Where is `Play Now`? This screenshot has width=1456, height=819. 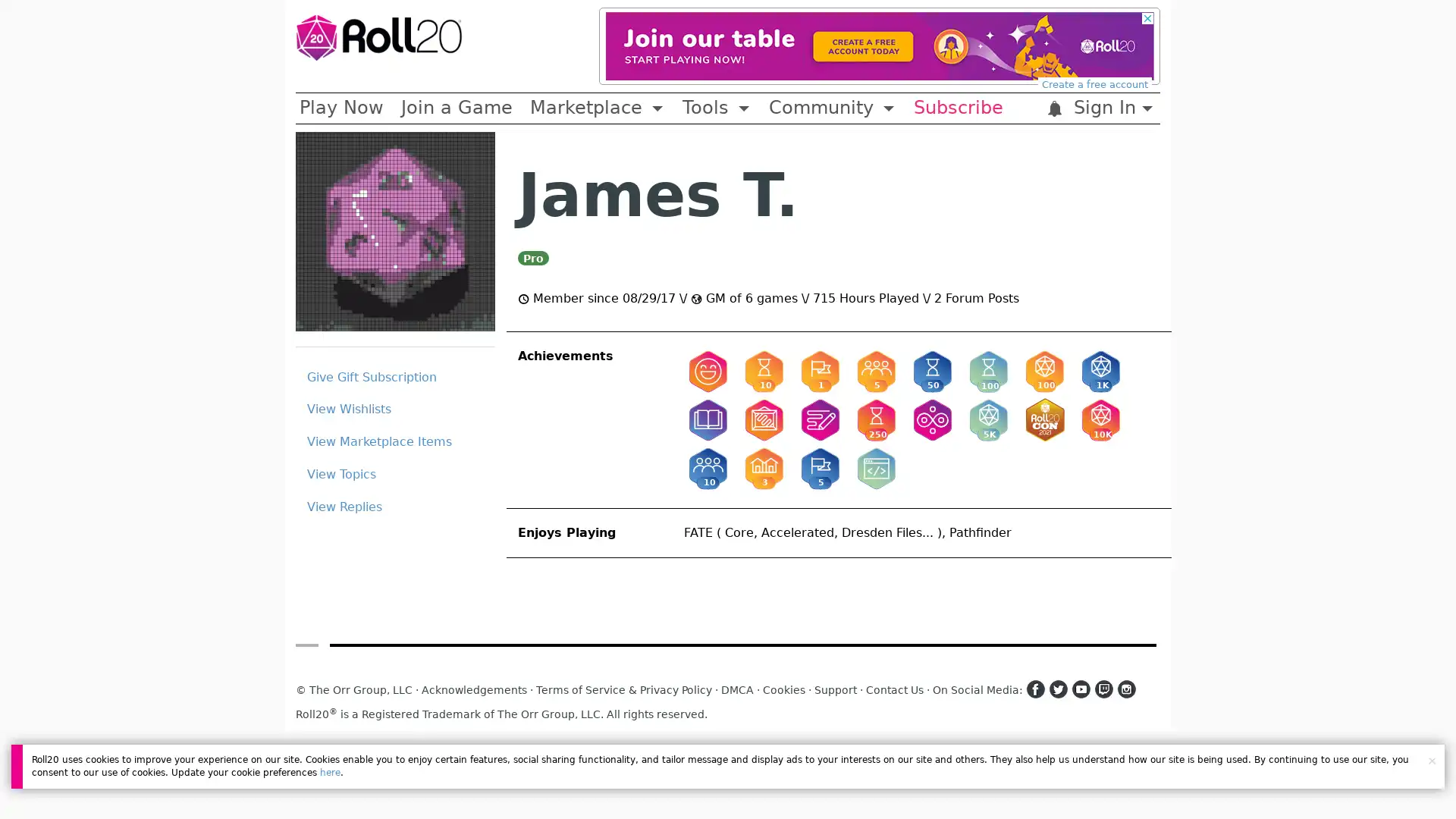
Play Now is located at coordinates (340, 107).